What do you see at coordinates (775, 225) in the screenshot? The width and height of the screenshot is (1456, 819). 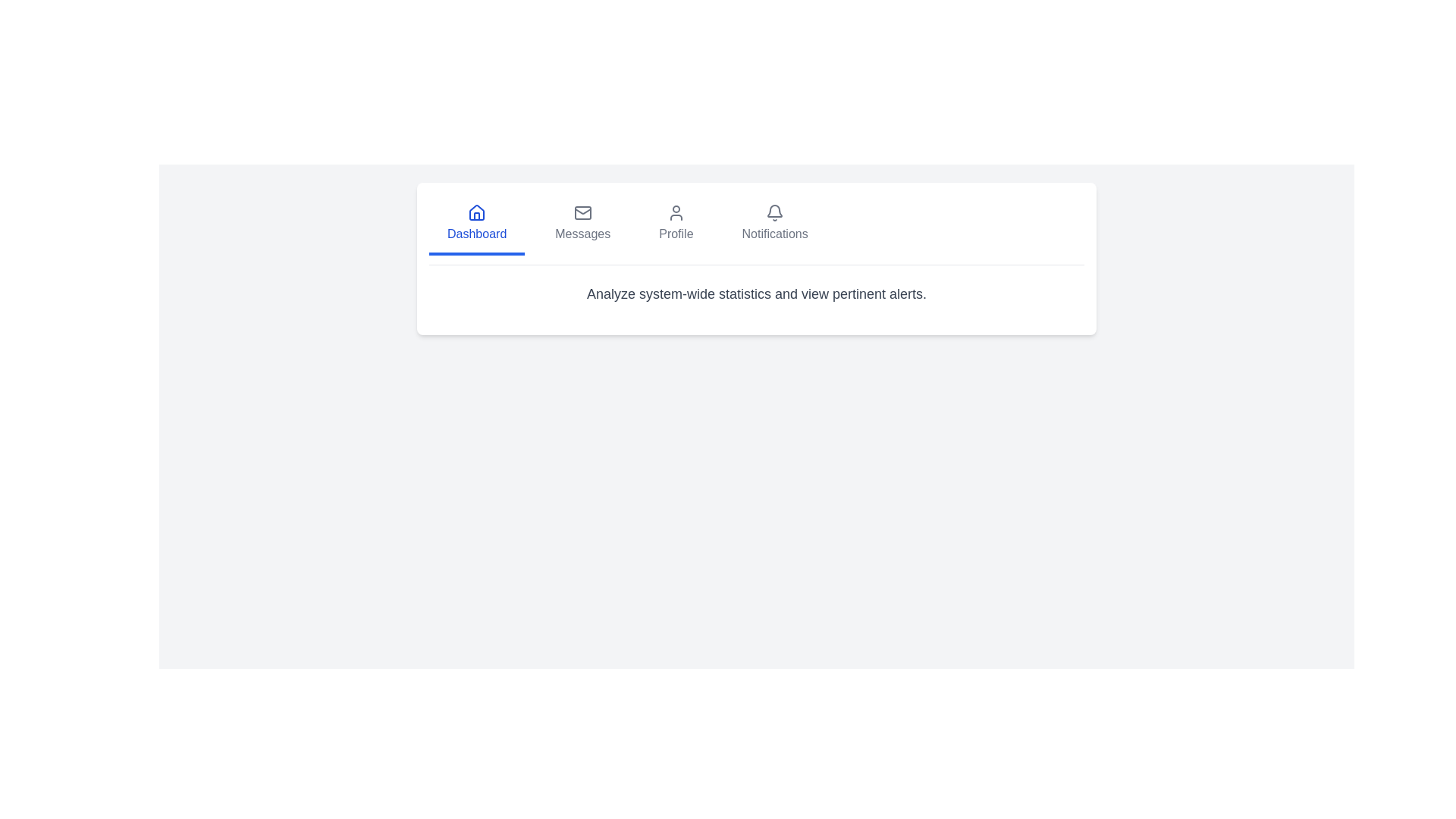 I see `the Notifications tab by clicking on its respective label` at bounding box center [775, 225].